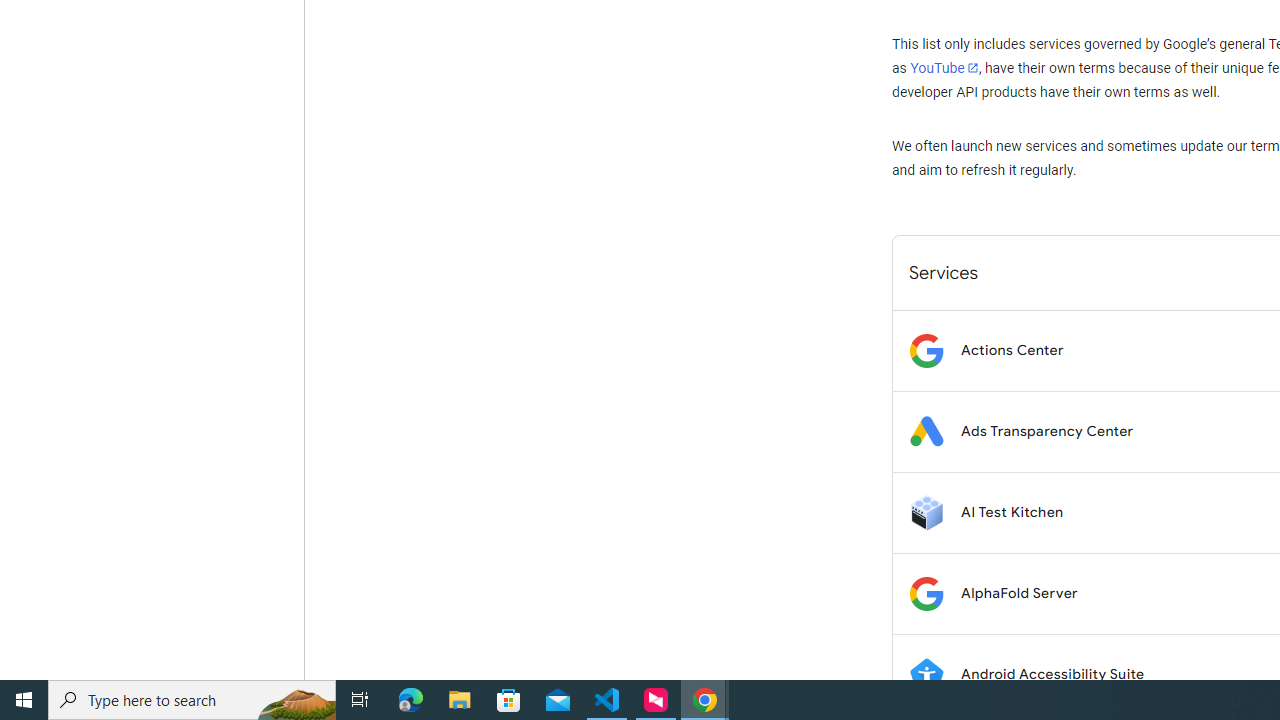 Image resolution: width=1280 pixels, height=720 pixels. What do you see at coordinates (925, 430) in the screenshot?
I see `'Logo for Ads Transparency Center'` at bounding box center [925, 430].